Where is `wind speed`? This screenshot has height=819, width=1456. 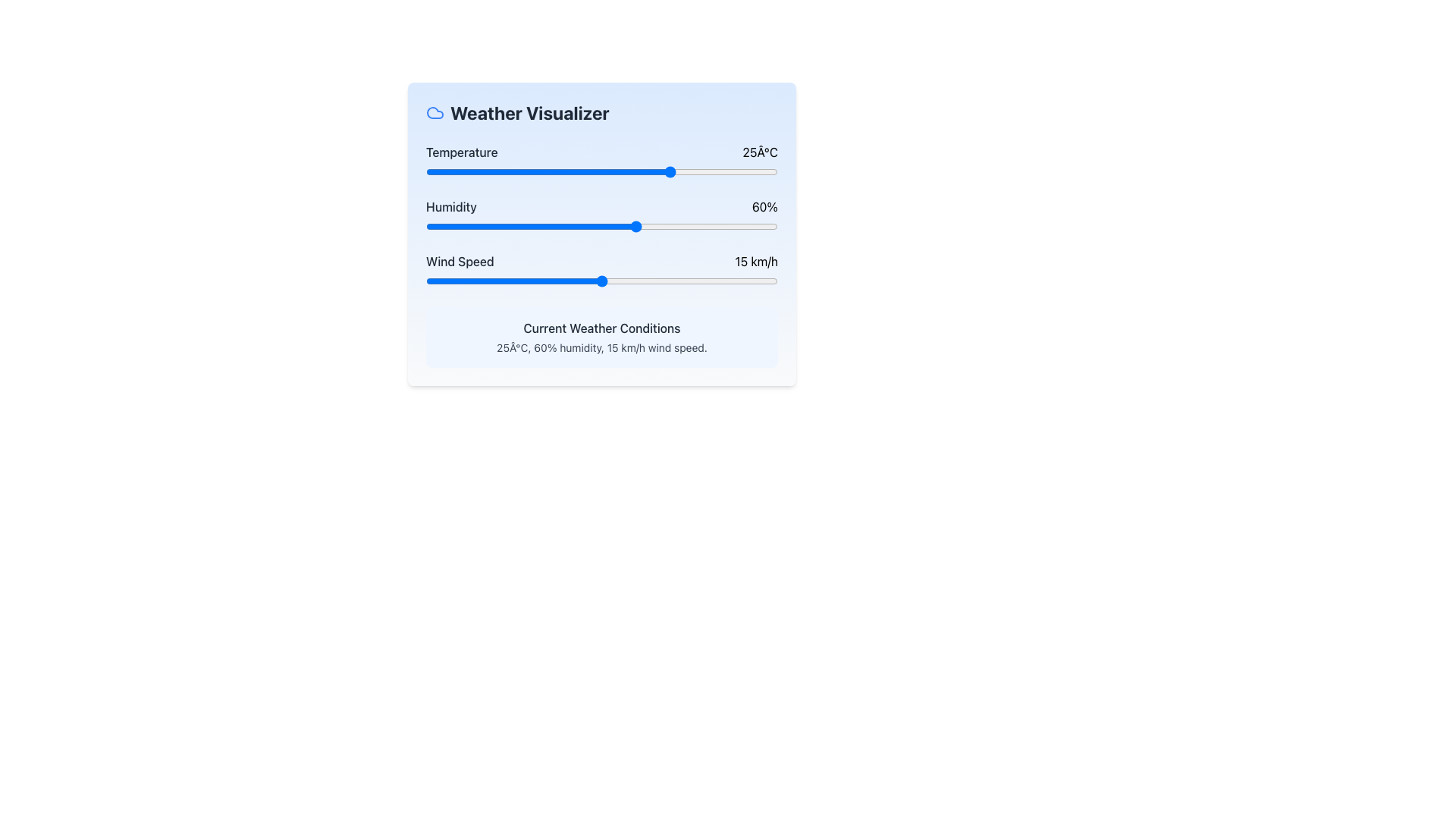
wind speed is located at coordinates (637, 281).